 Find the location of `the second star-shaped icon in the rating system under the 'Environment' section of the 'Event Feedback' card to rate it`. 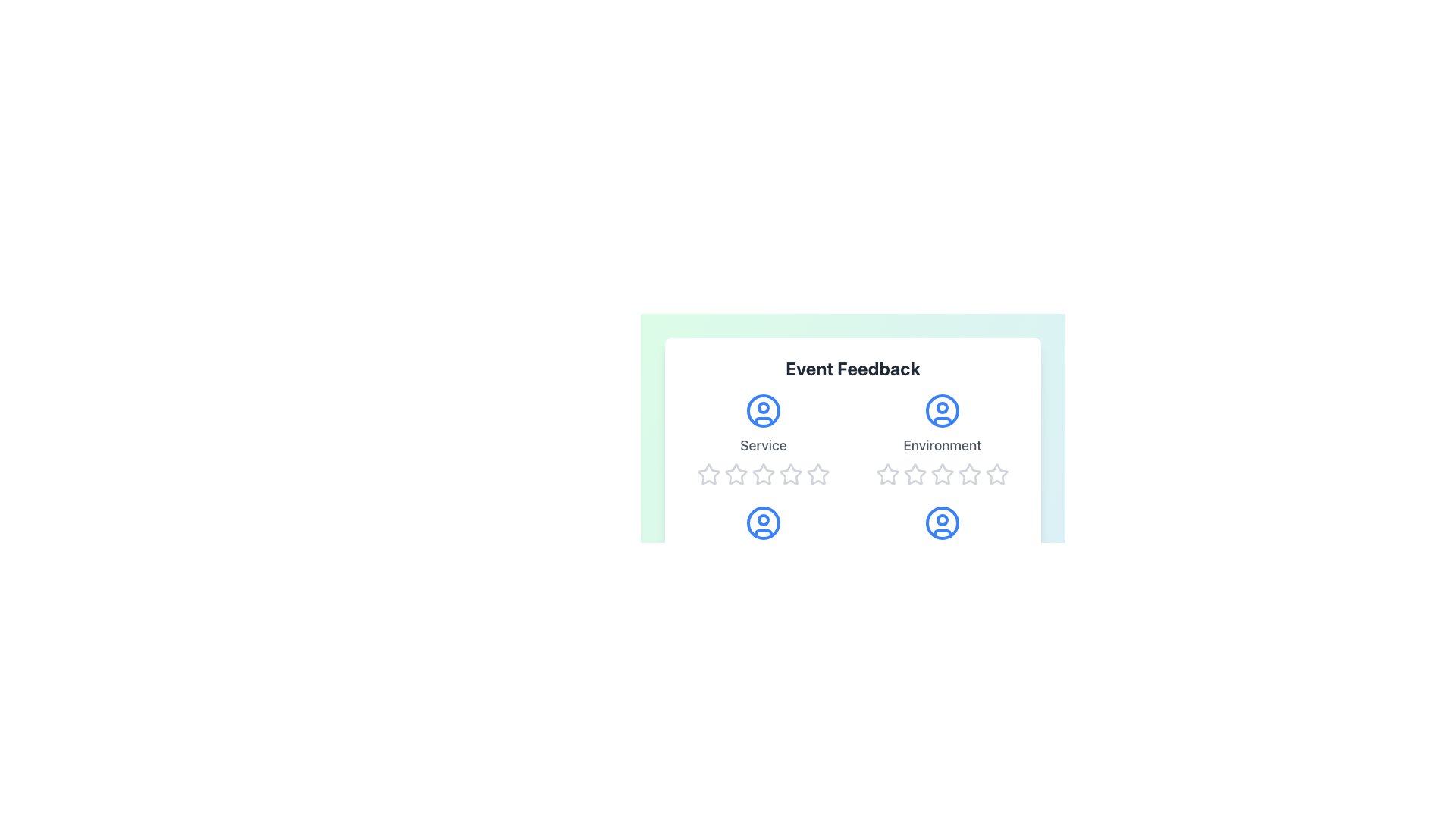

the second star-shaped icon in the rating system under the 'Environment' section of the 'Event Feedback' card to rate it is located at coordinates (887, 472).